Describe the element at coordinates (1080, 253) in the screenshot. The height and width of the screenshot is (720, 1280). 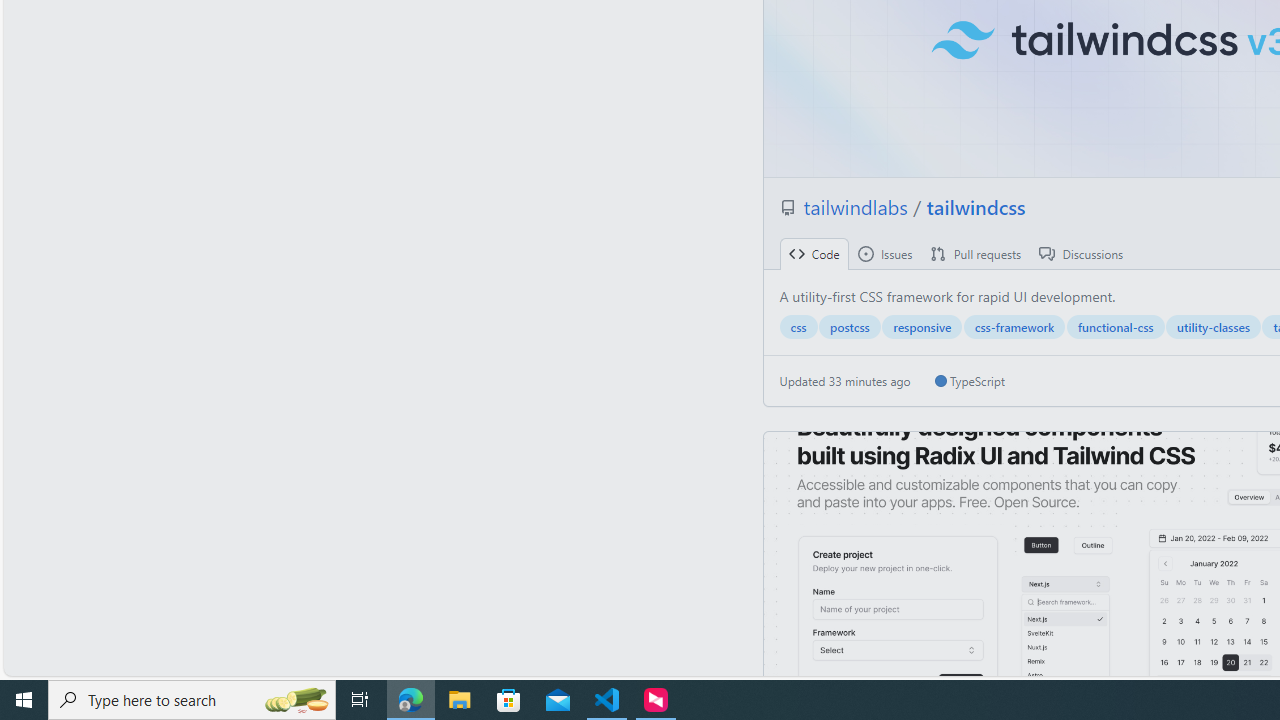
I see `' Discussions'` at that location.